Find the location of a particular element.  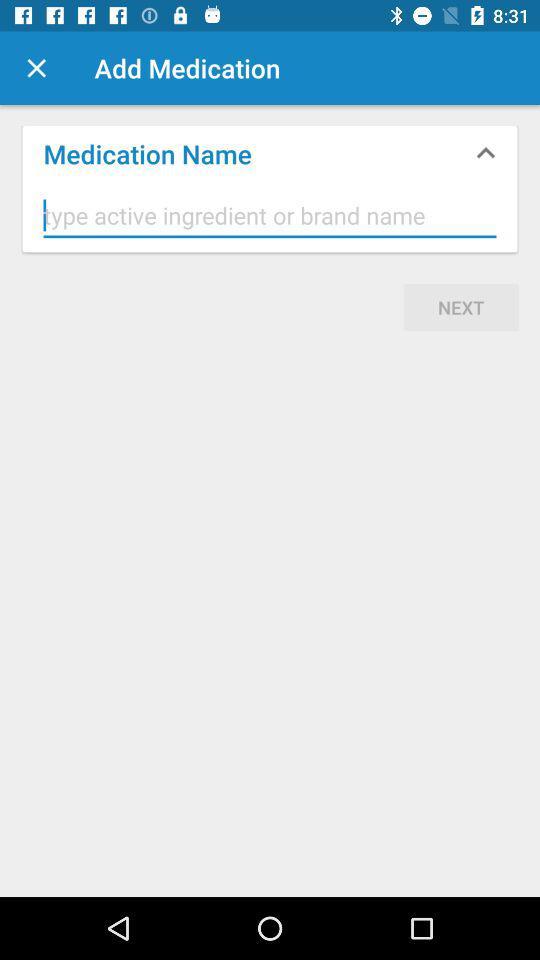

item next to the add medication icon is located at coordinates (36, 68).